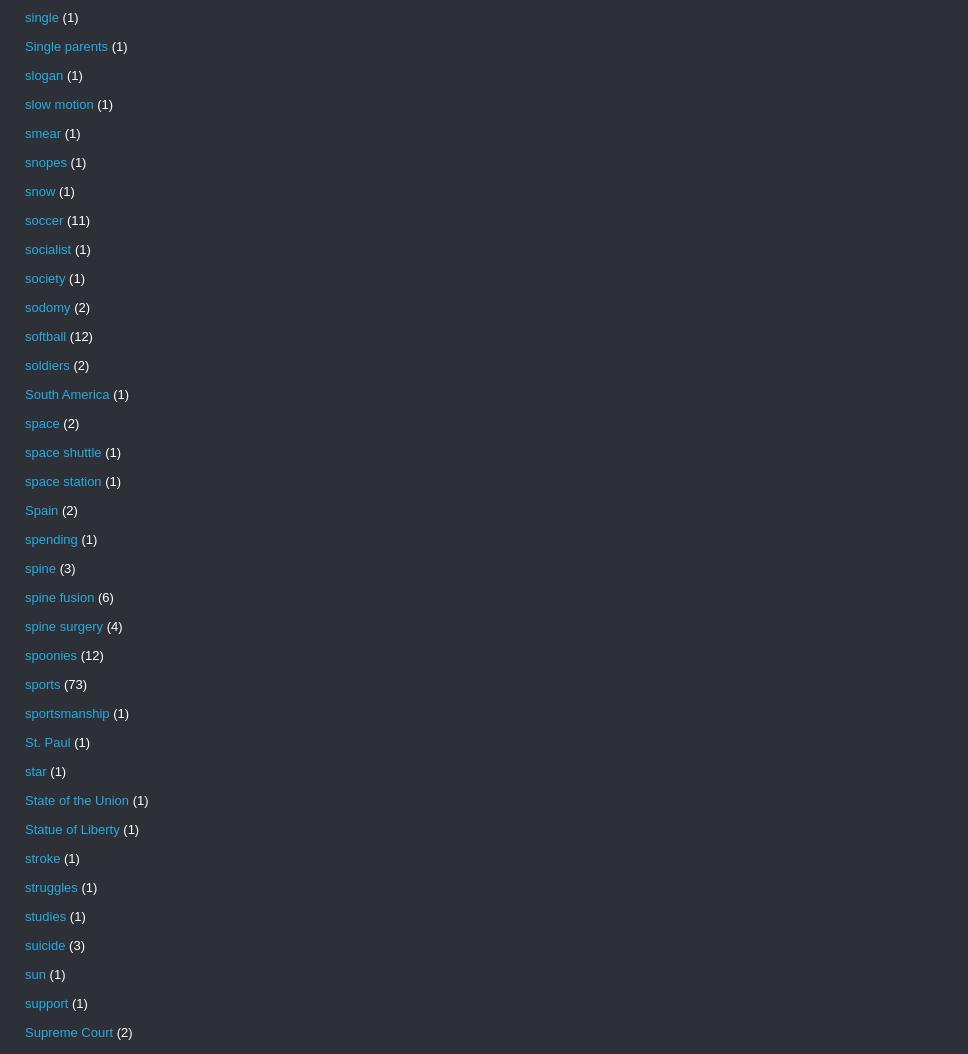 The height and width of the screenshot is (1054, 968). Describe the element at coordinates (41, 423) in the screenshot. I see `'space'` at that location.